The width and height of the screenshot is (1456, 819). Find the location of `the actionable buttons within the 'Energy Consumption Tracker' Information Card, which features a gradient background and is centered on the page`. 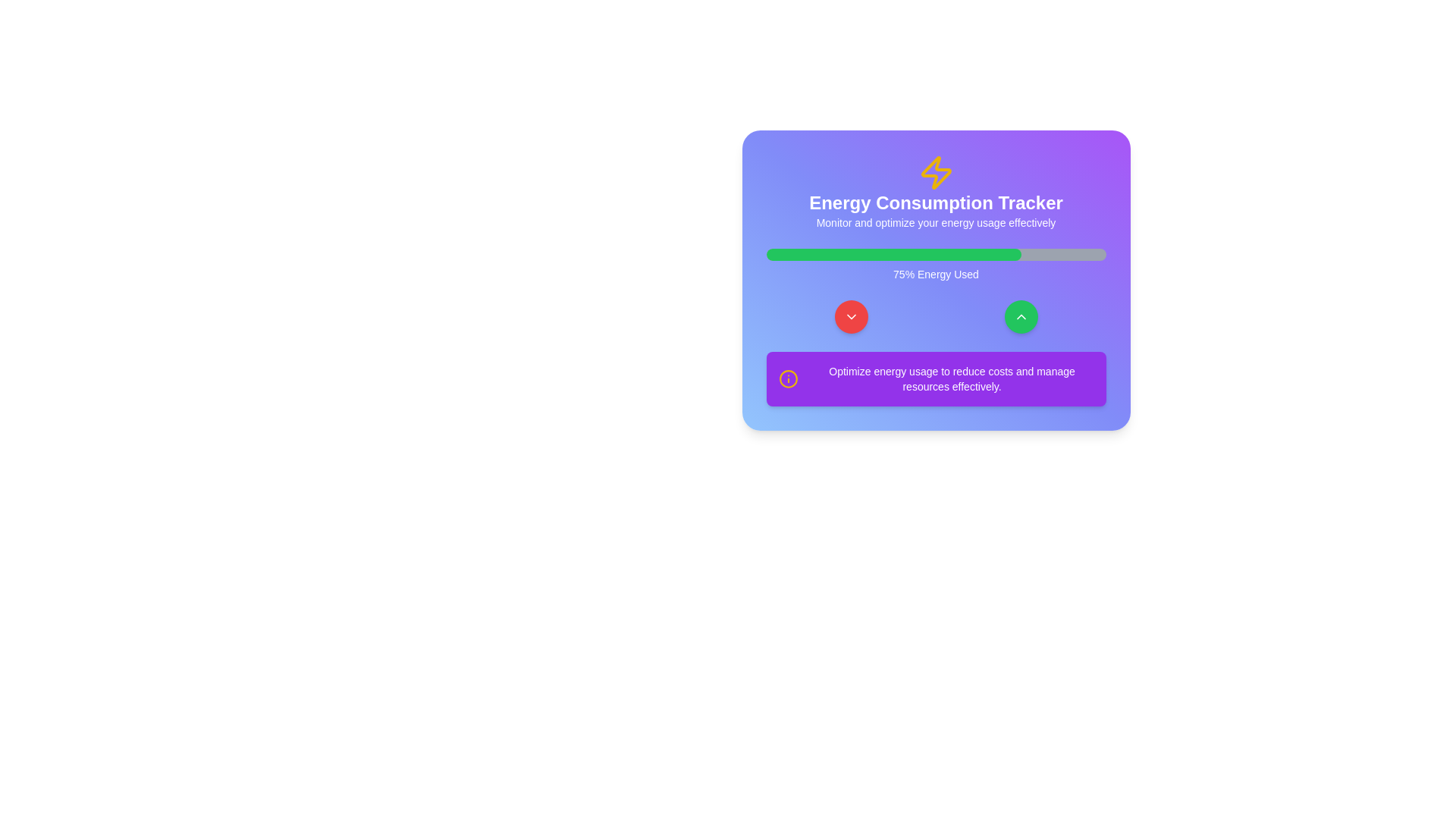

the actionable buttons within the 'Energy Consumption Tracker' Information Card, which features a gradient background and is centered on the page is located at coordinates (935, 281).